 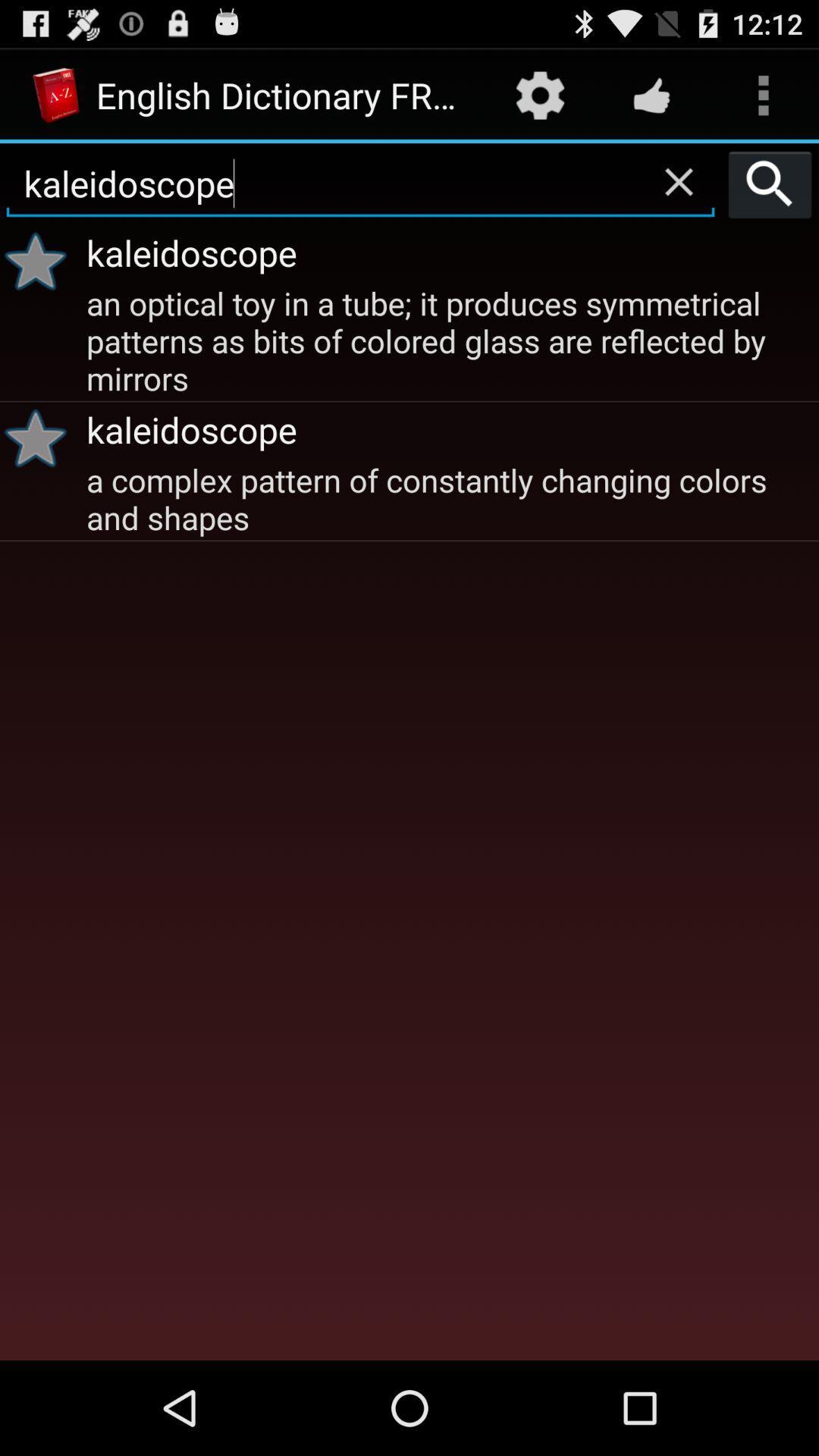 I want to click on the icon to the left of kaleidoscope app, so click(x=40, y=261).